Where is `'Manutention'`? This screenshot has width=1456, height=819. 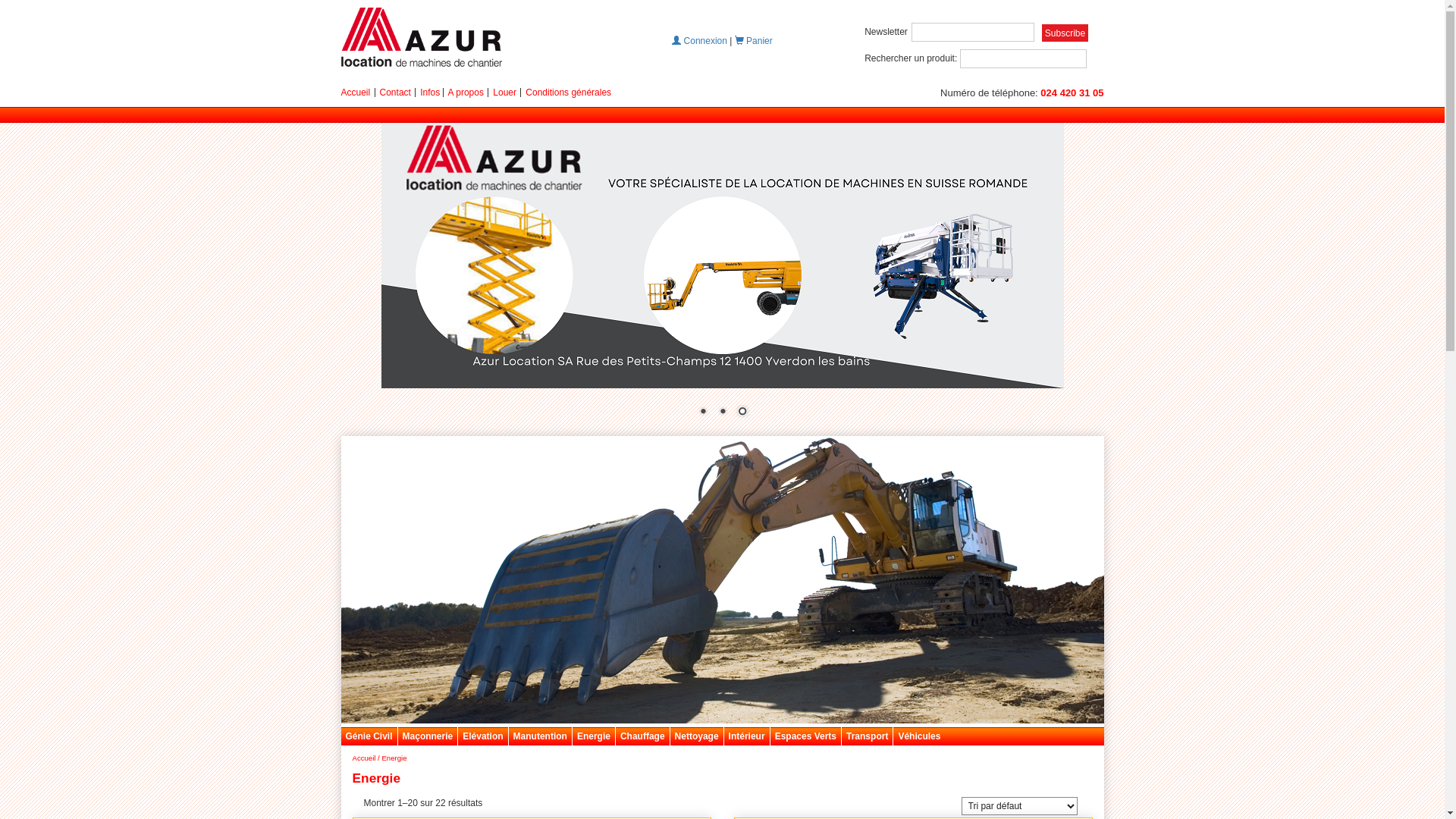
'Manutention' is located at coordinates (540, 736).